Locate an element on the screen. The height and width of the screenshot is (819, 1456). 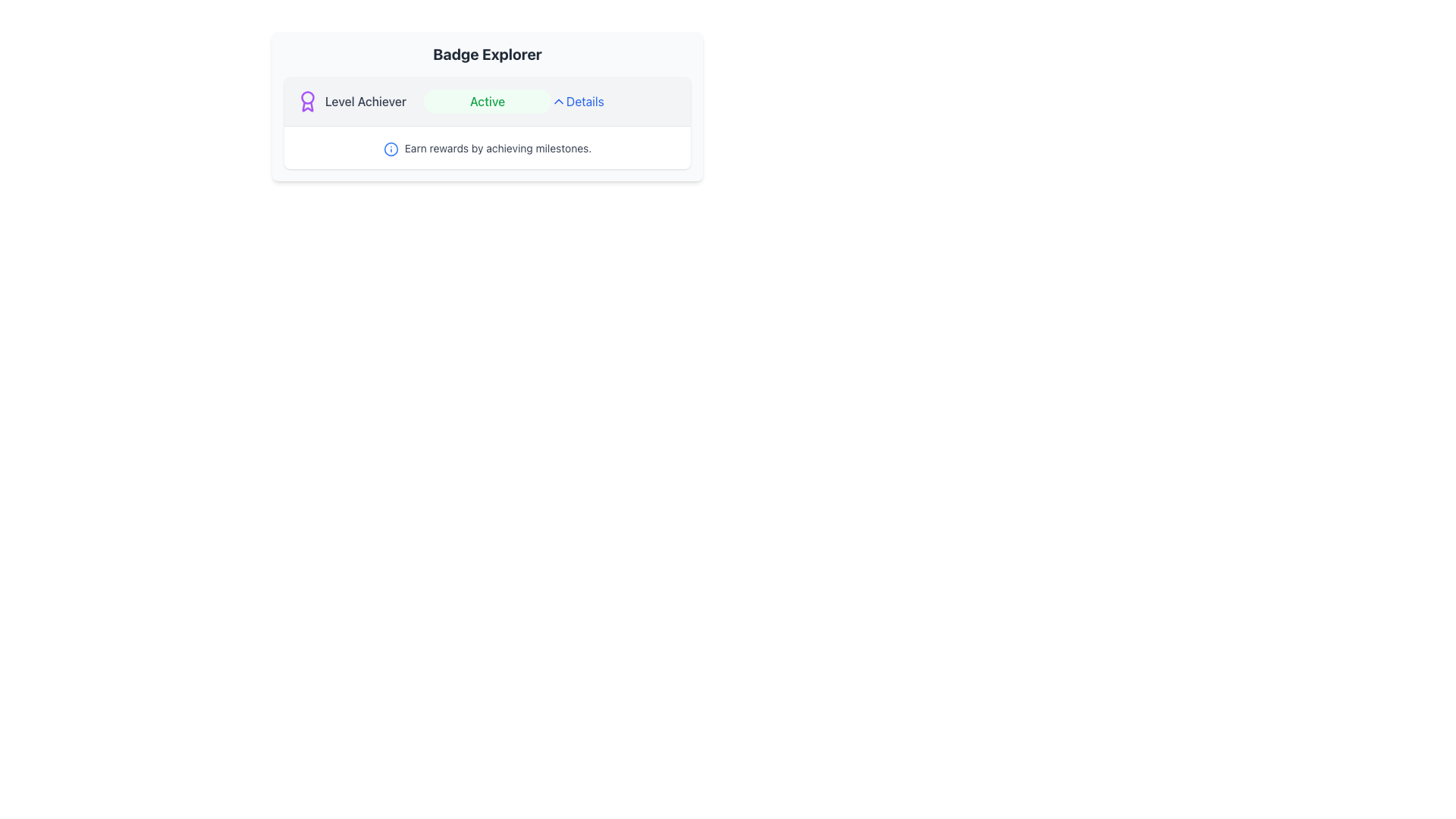
the 'Active' text label within the status indicator component, which is located in the 'Badge Explorer' section, positioned between 'Level Achiever' and 'Details' is located at coordinates (488, 105).